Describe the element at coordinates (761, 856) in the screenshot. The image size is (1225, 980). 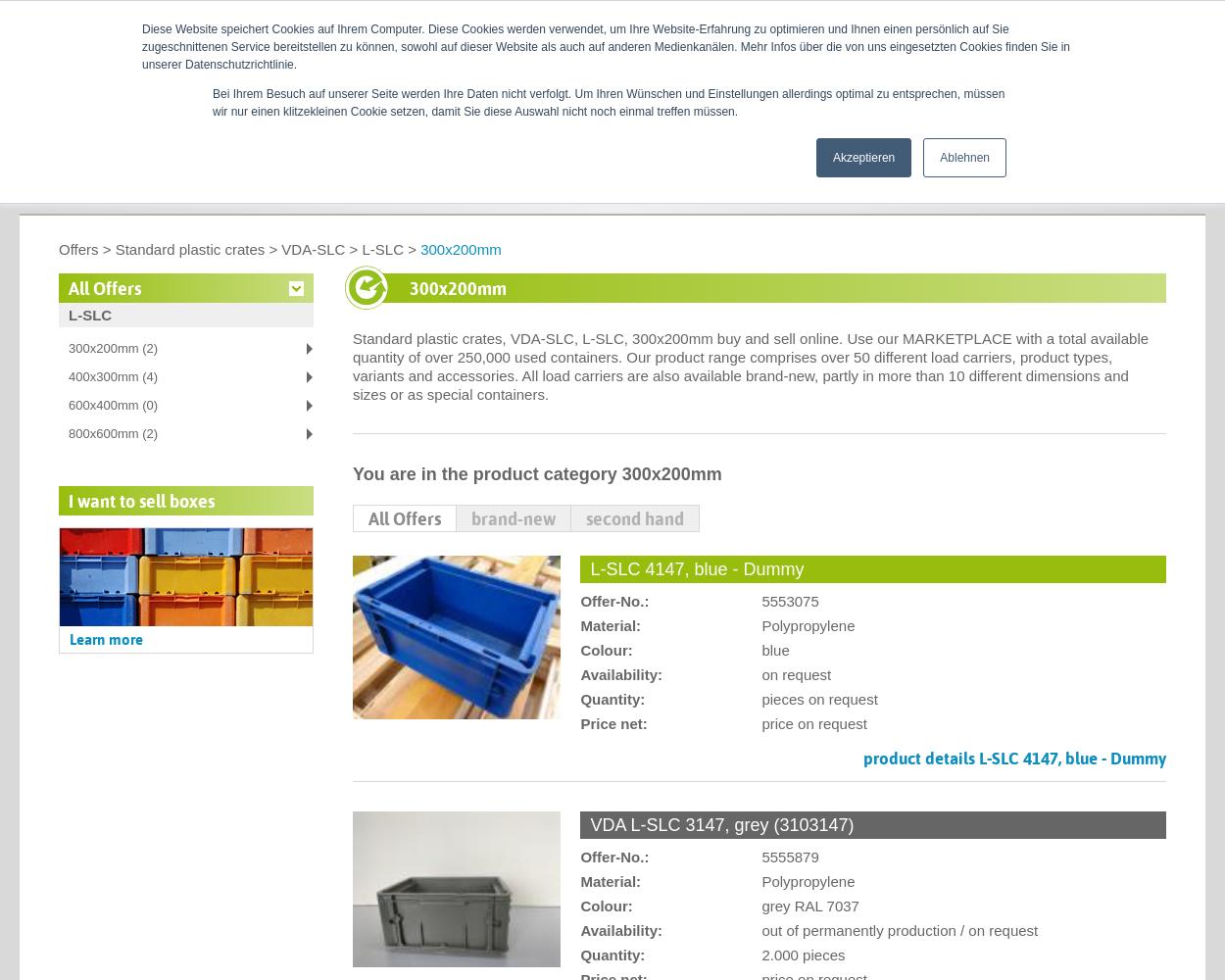
I see `'5555879'` at that location.